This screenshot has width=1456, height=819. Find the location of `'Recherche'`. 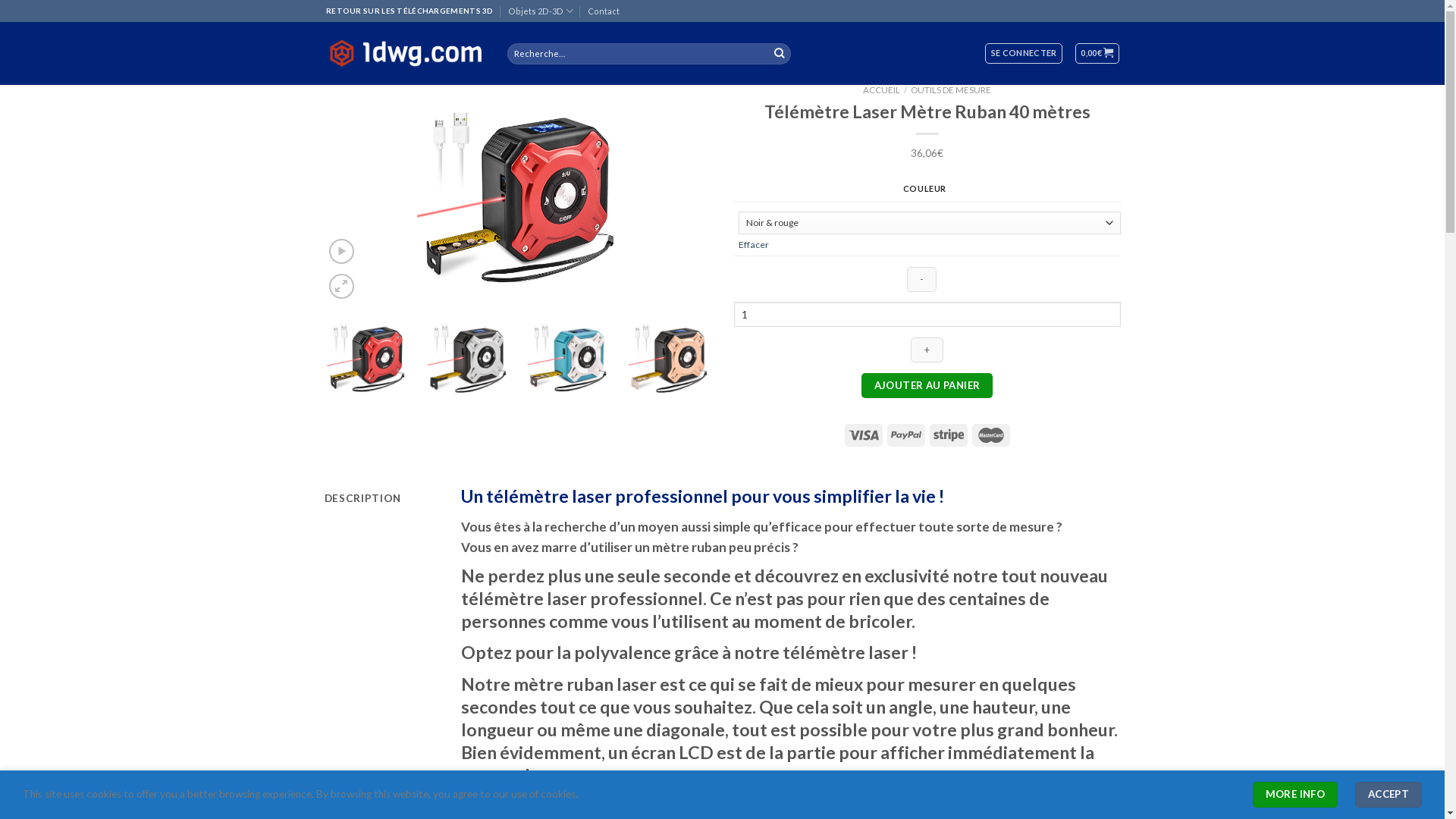

'Recherche' is located at coordinates (779, 52).